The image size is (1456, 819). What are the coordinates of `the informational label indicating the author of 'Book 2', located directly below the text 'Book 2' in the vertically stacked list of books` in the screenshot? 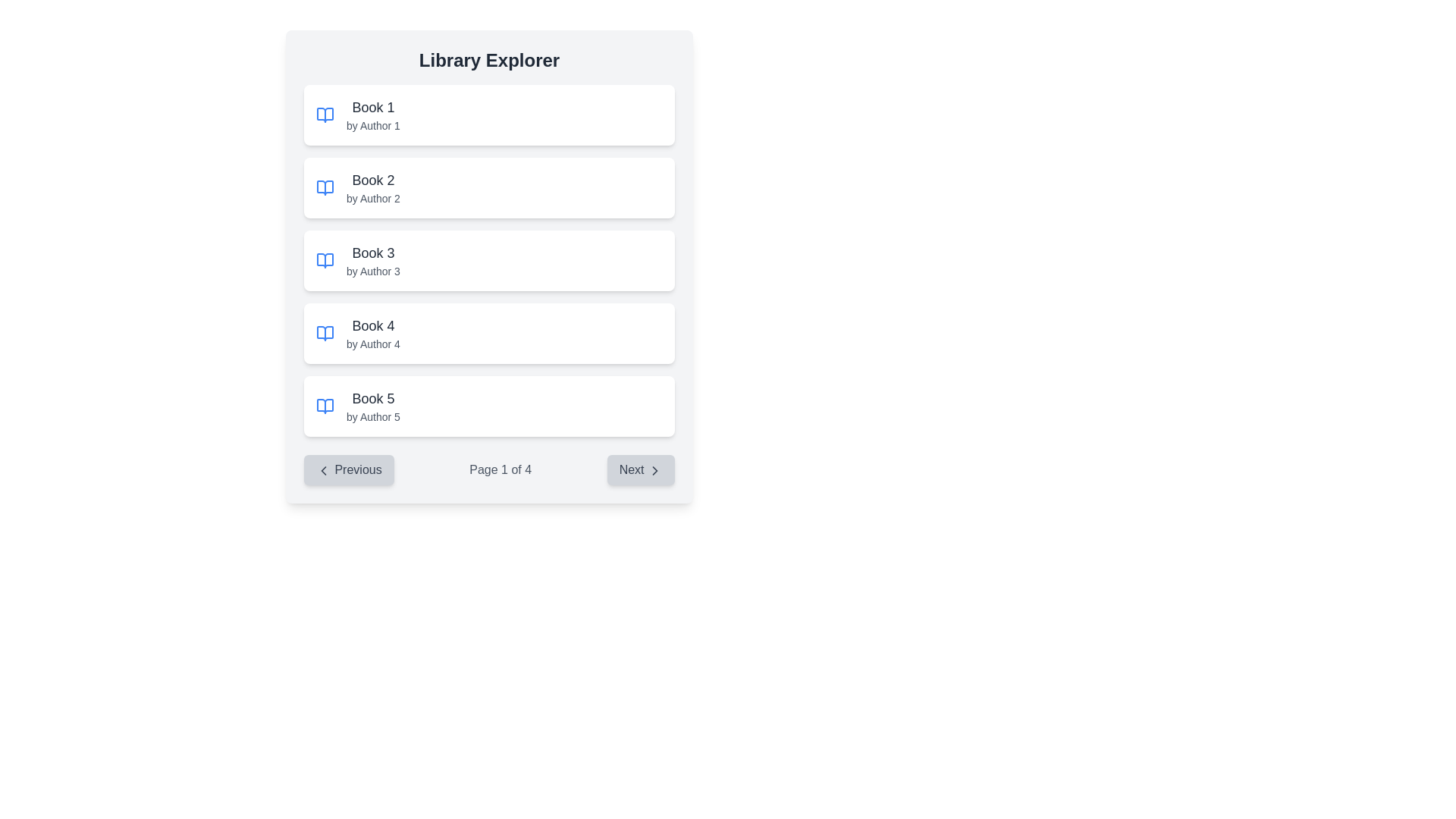 It's located at (373, 198).